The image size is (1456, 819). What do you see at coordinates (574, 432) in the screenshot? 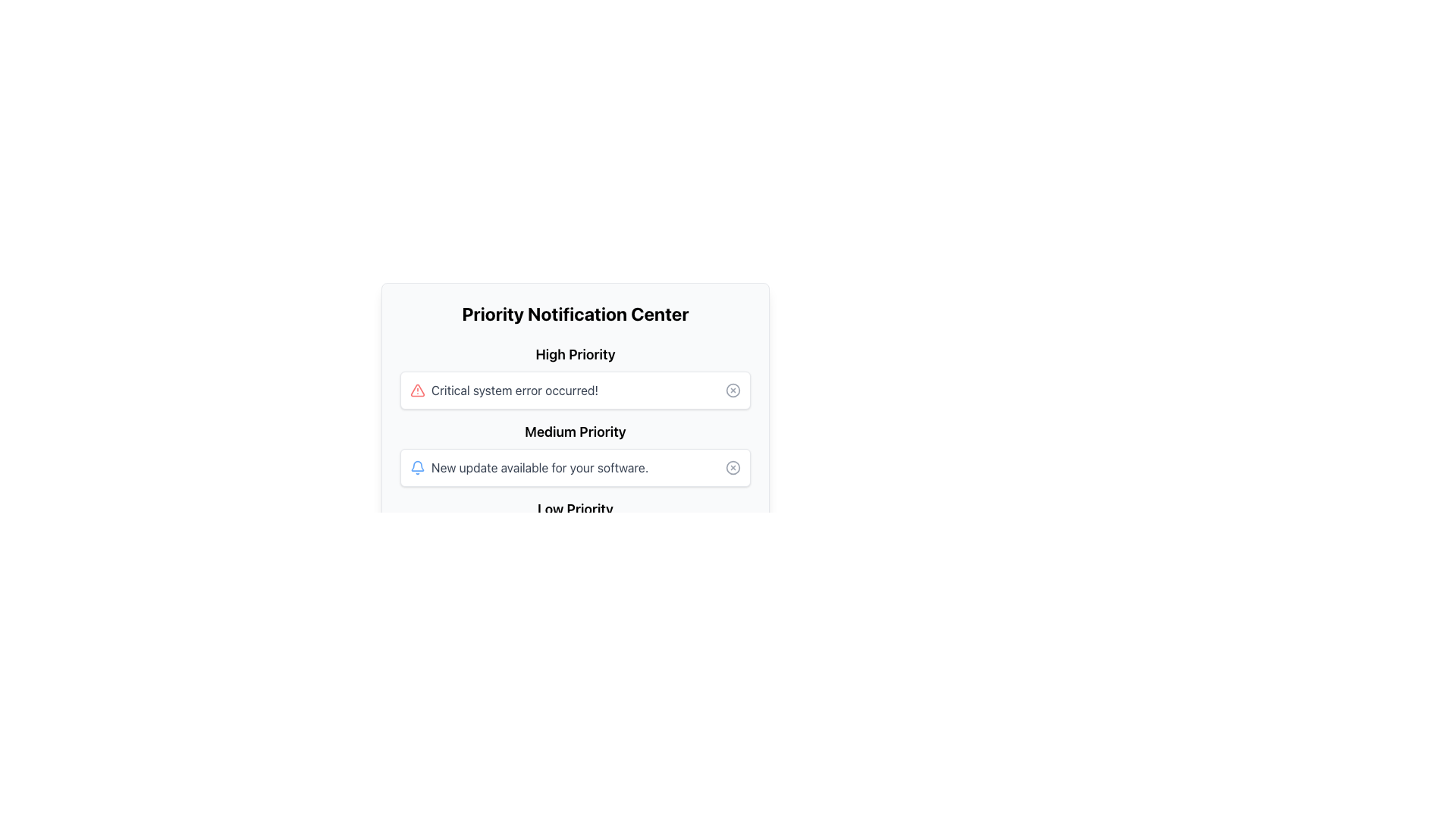
I see `the 'Medium Priority' text label which is bold, capitalized, and located in the middle priority section of the notification center` at bounding box center [574, 432].